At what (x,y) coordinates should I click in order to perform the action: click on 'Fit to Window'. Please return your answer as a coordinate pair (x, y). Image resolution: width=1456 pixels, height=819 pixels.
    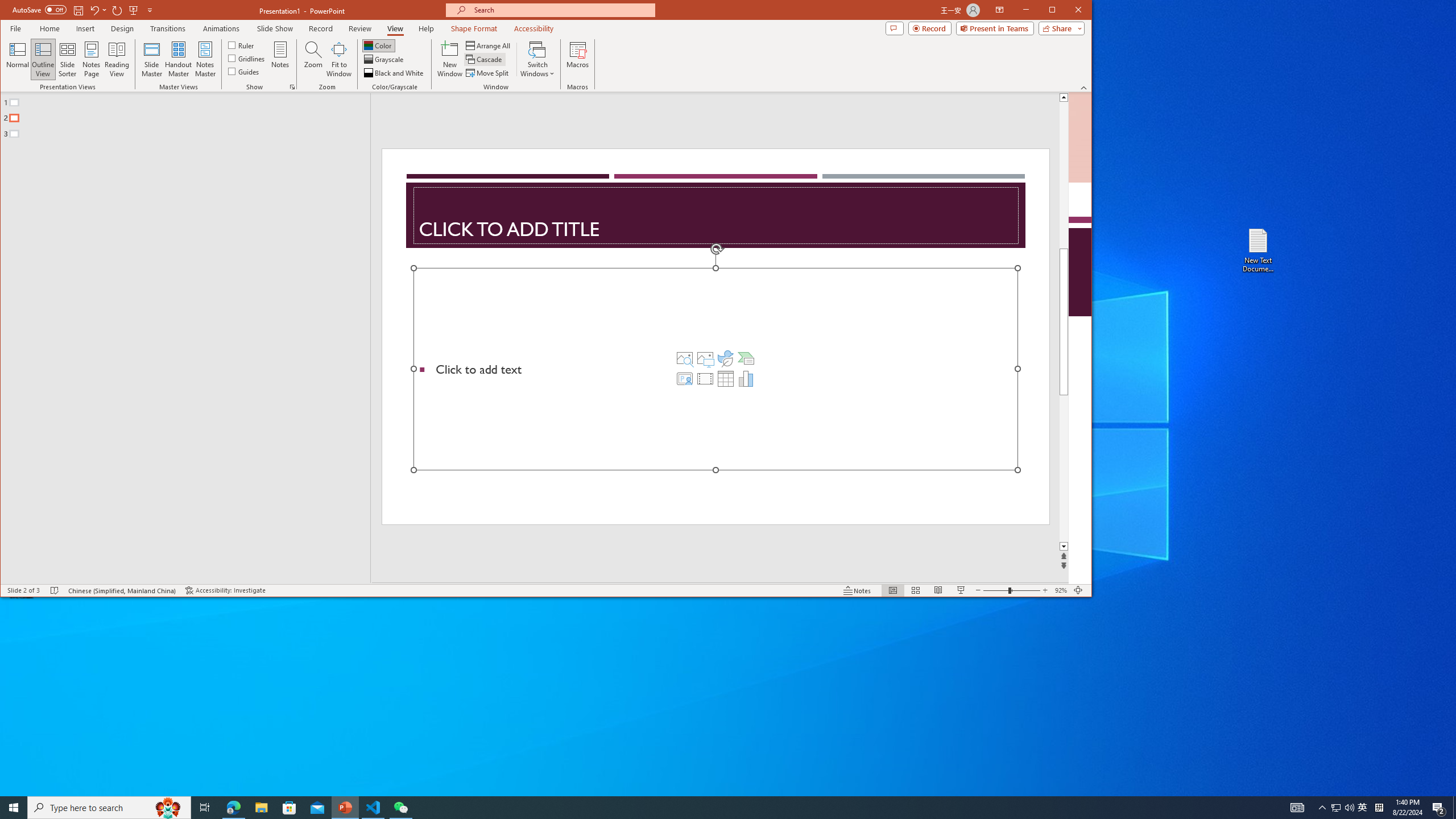
    Looking at the image, I should click on (338, 59).